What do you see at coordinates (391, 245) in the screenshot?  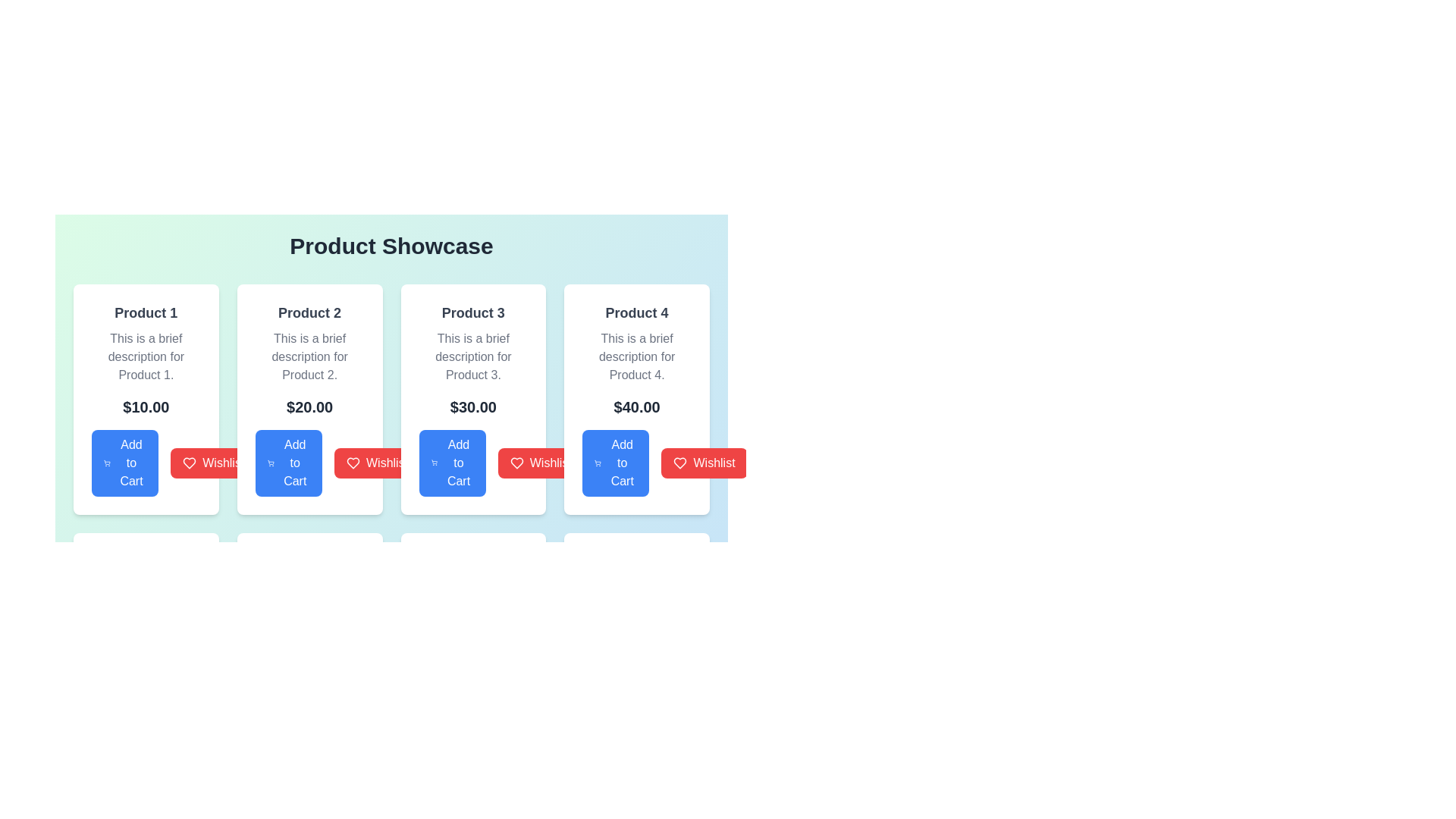 I see `header text located at the top of the content area, which introduces the product cards section and provides context to the user` at bounding box center [391, 245].